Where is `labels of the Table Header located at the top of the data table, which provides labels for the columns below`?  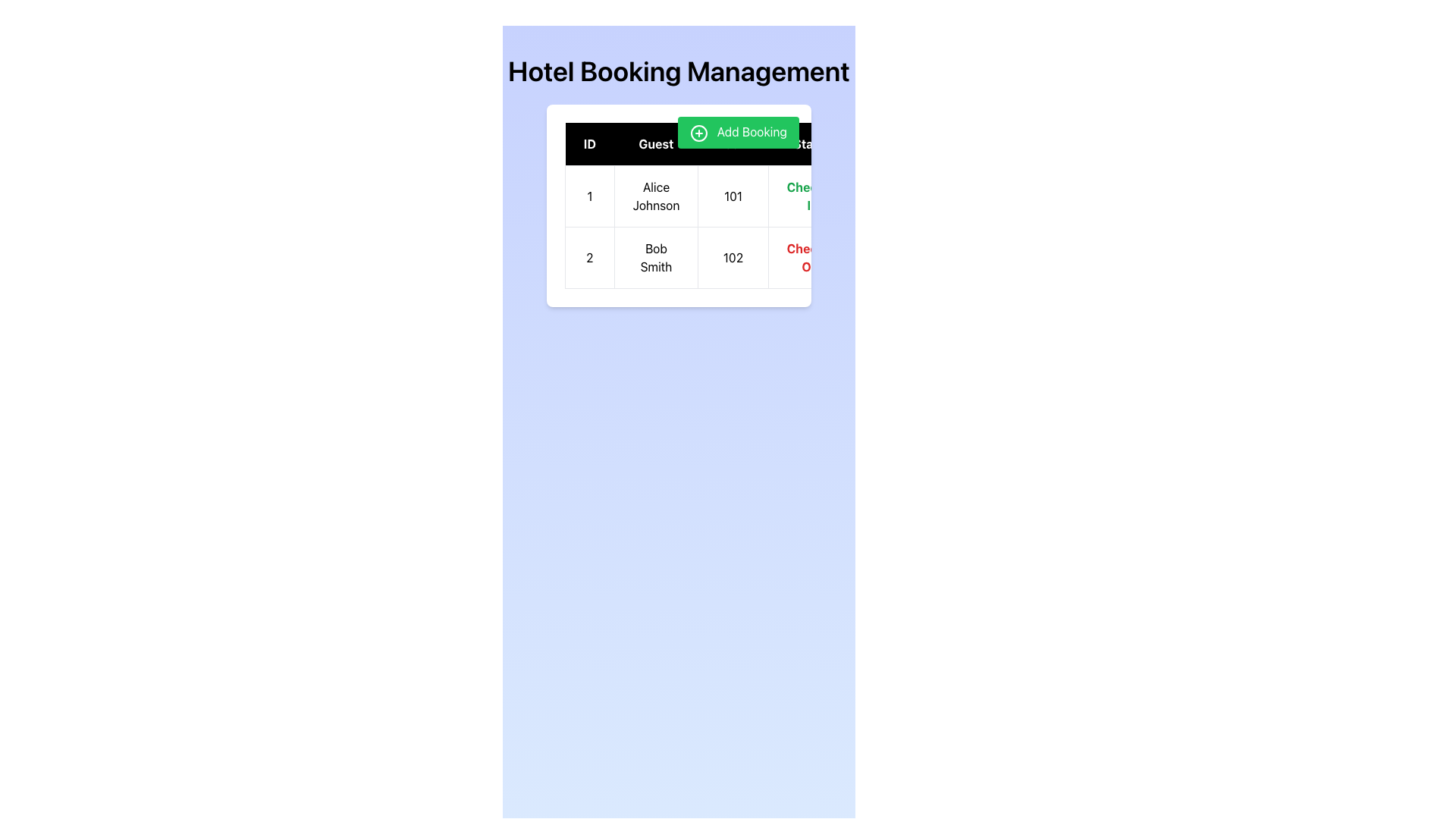
labels of the Table Header located at the top of the data table, which provides labels for the columns below is located at coordinates (753, 144).